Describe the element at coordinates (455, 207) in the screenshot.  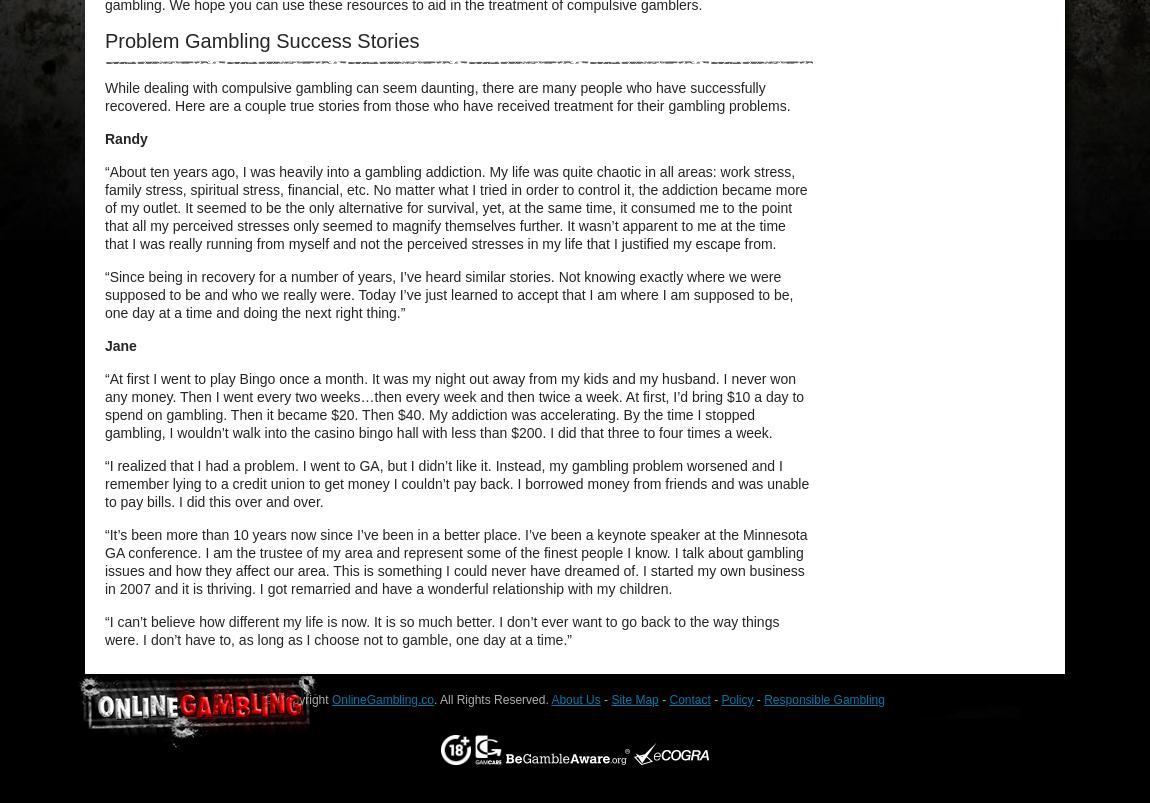
I see `'“About ten years ago, I was heavily into a gambling addiction. My life was quite chaotic in all areas: work stress, family stress, spiritual stress, financial, etc. No matter what I tried in order to control it, the addiction became more of my outlet. It seemed to be the only alternative for survival, yet, at the same time, it consumed me to the point that all my perceived stresses only seemed to magnify themselves further. It wasn’t apparent to me at the time that I was really running from myself and not the perceived stresses in my life that I justified my escape from.'` at that location.